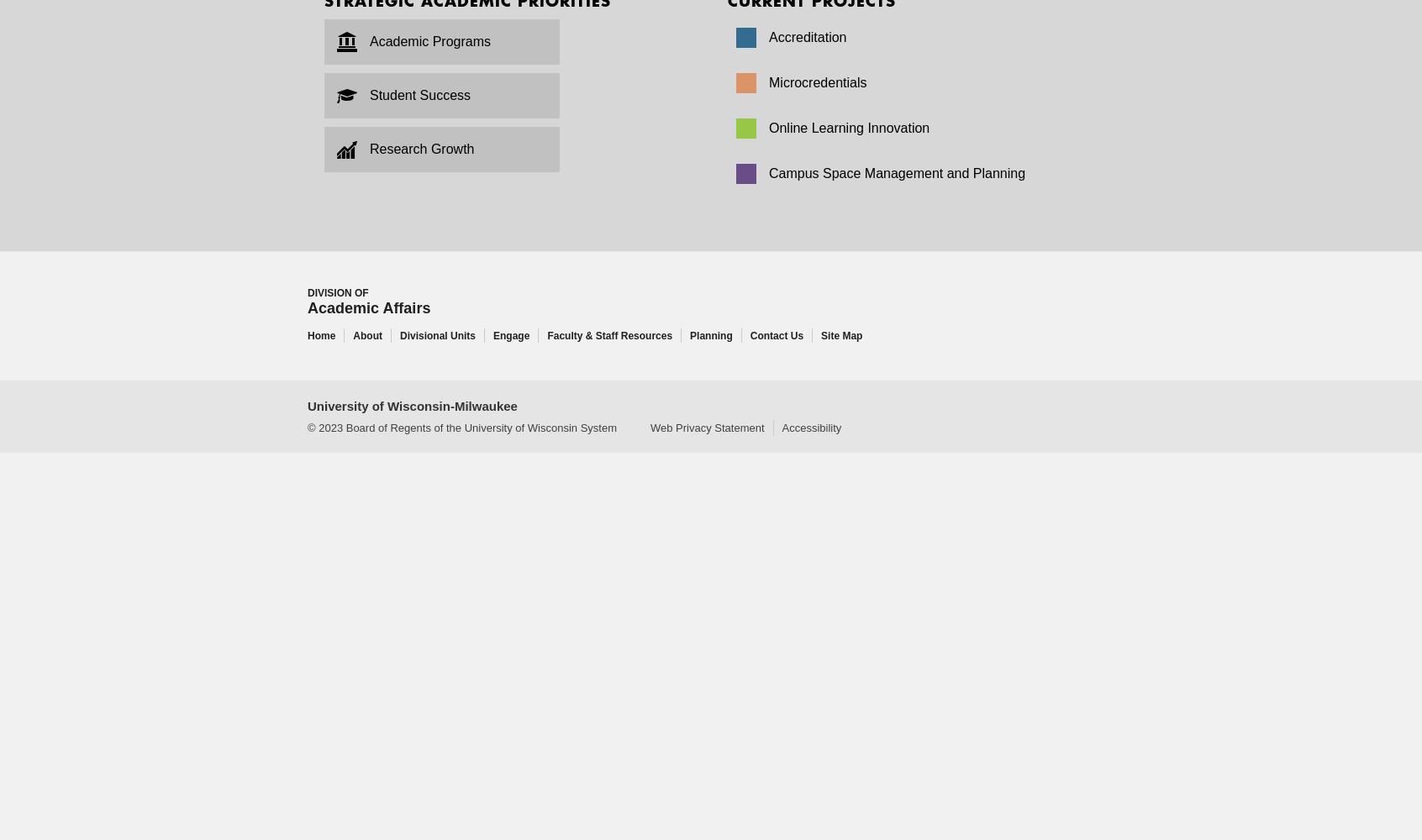 The image size is (1422, 840). I want to click on 'Microcredentials', so click(818, 81).